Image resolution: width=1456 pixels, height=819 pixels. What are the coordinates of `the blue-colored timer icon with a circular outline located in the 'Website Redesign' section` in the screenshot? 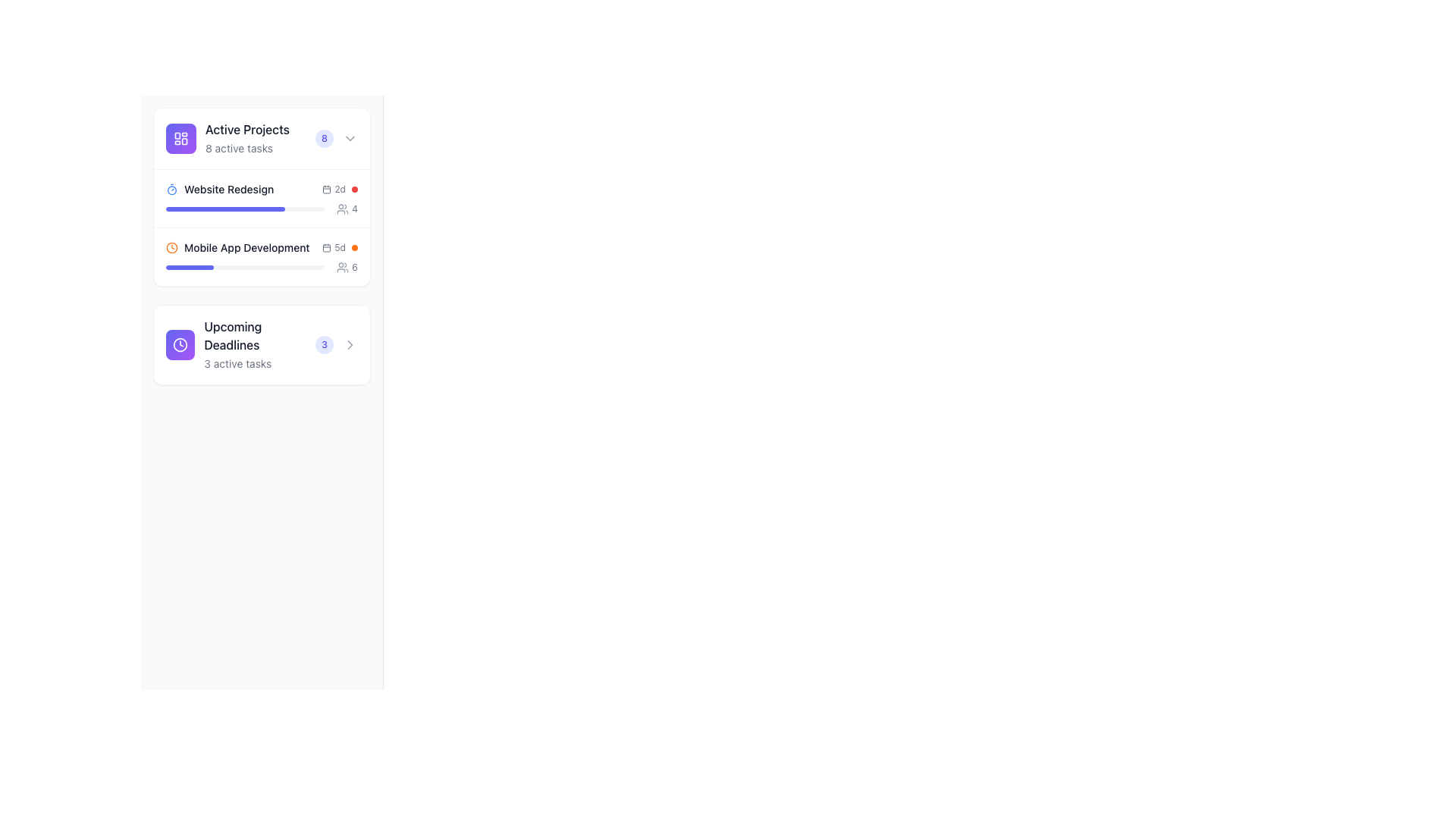 It's located at (171, 189).